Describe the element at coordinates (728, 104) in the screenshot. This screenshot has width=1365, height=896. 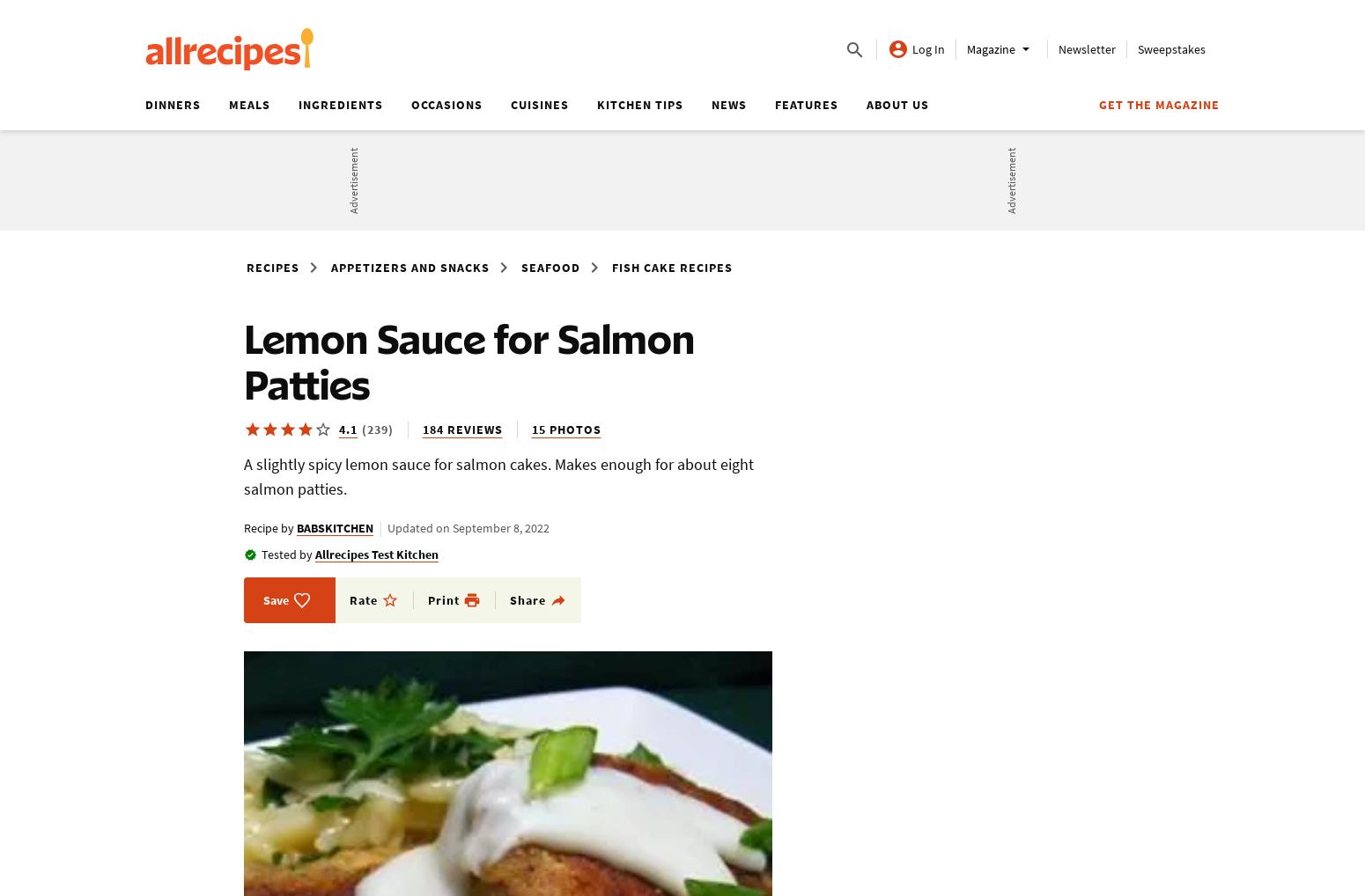
I see `'News'` at that location.